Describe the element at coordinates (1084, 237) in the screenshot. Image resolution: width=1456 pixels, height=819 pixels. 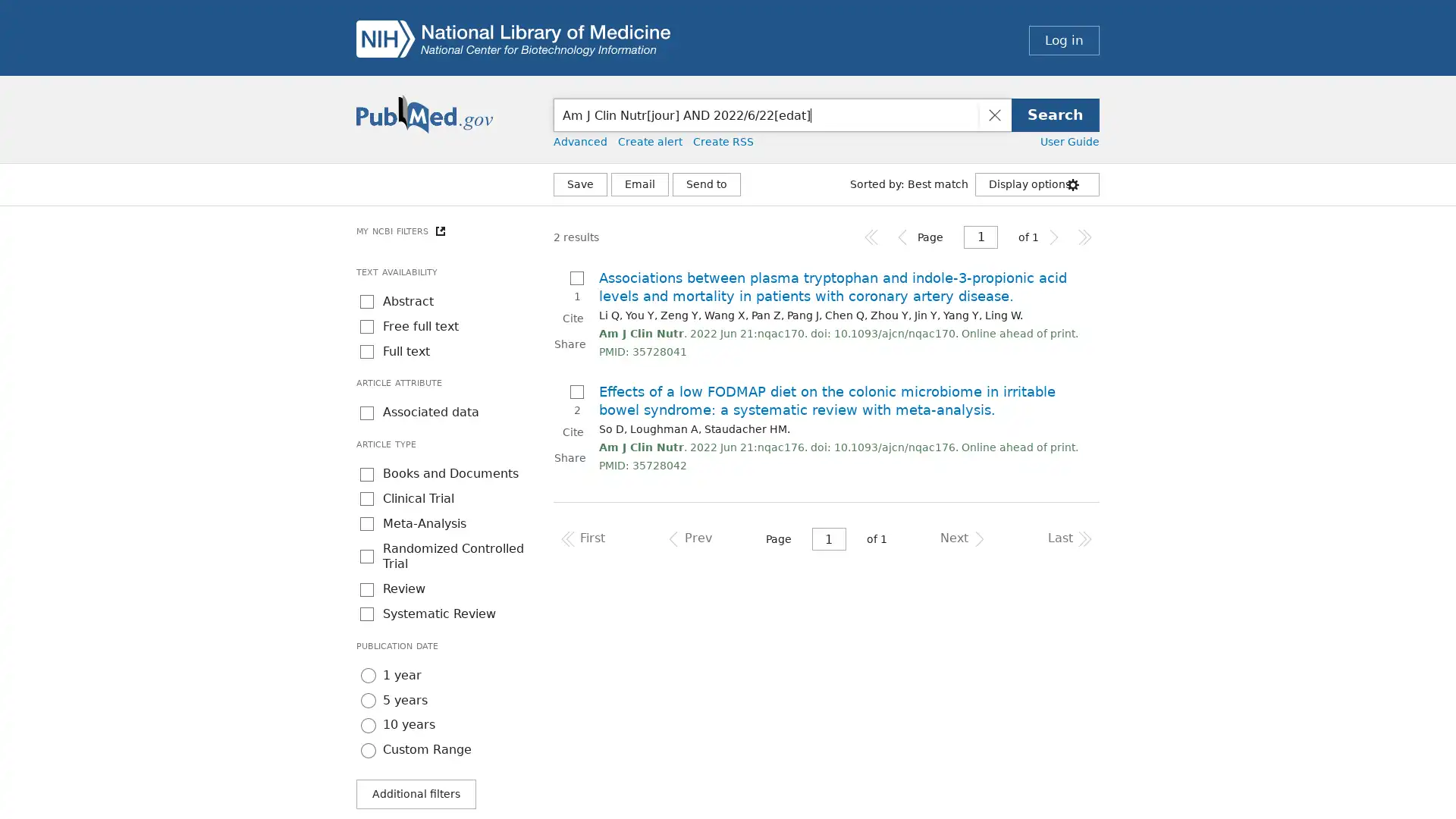
I see `Navigates to the last page of results.` at that location.